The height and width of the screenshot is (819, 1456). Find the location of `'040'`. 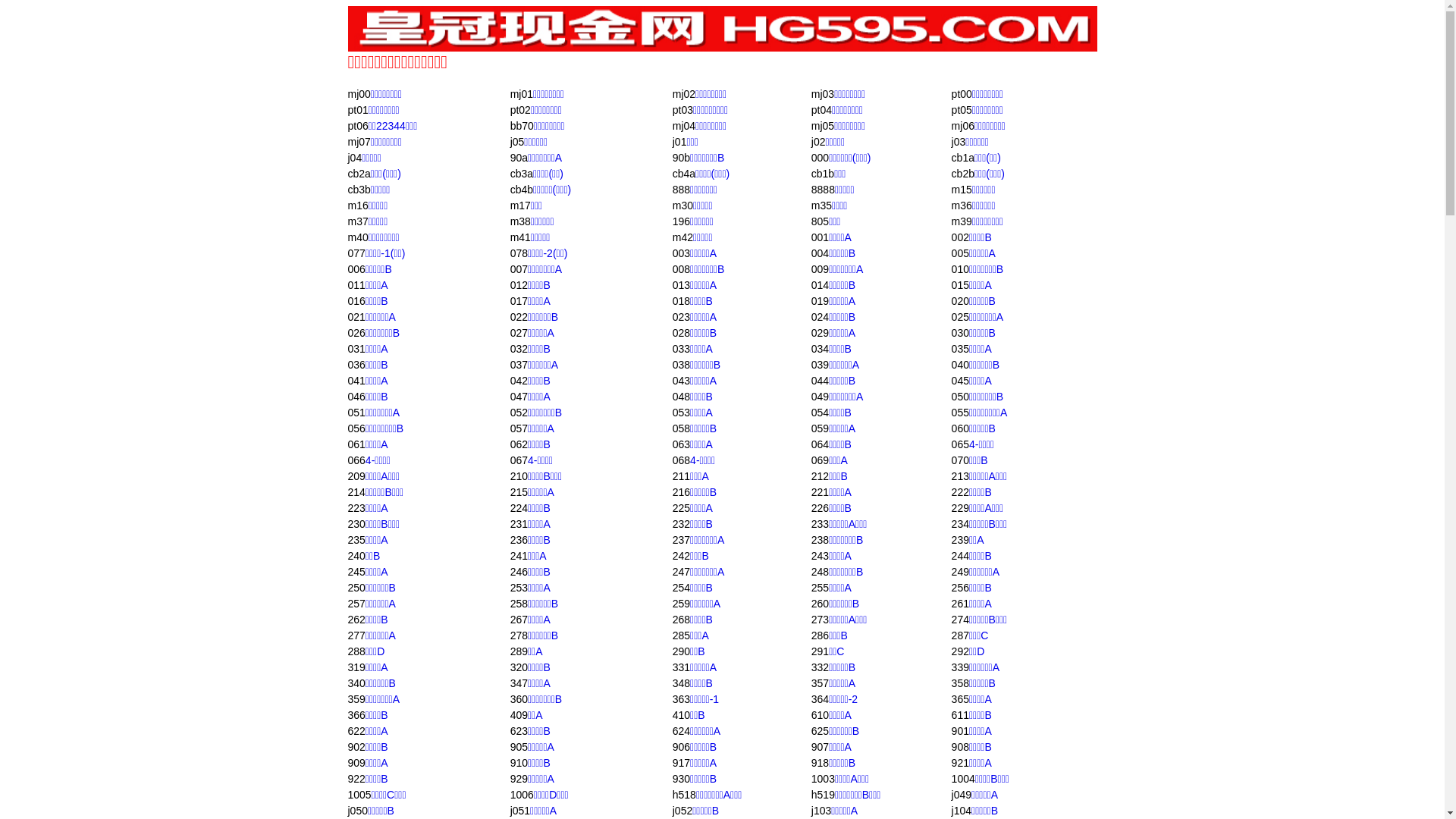

'040' is located at coordinates (950, 365).